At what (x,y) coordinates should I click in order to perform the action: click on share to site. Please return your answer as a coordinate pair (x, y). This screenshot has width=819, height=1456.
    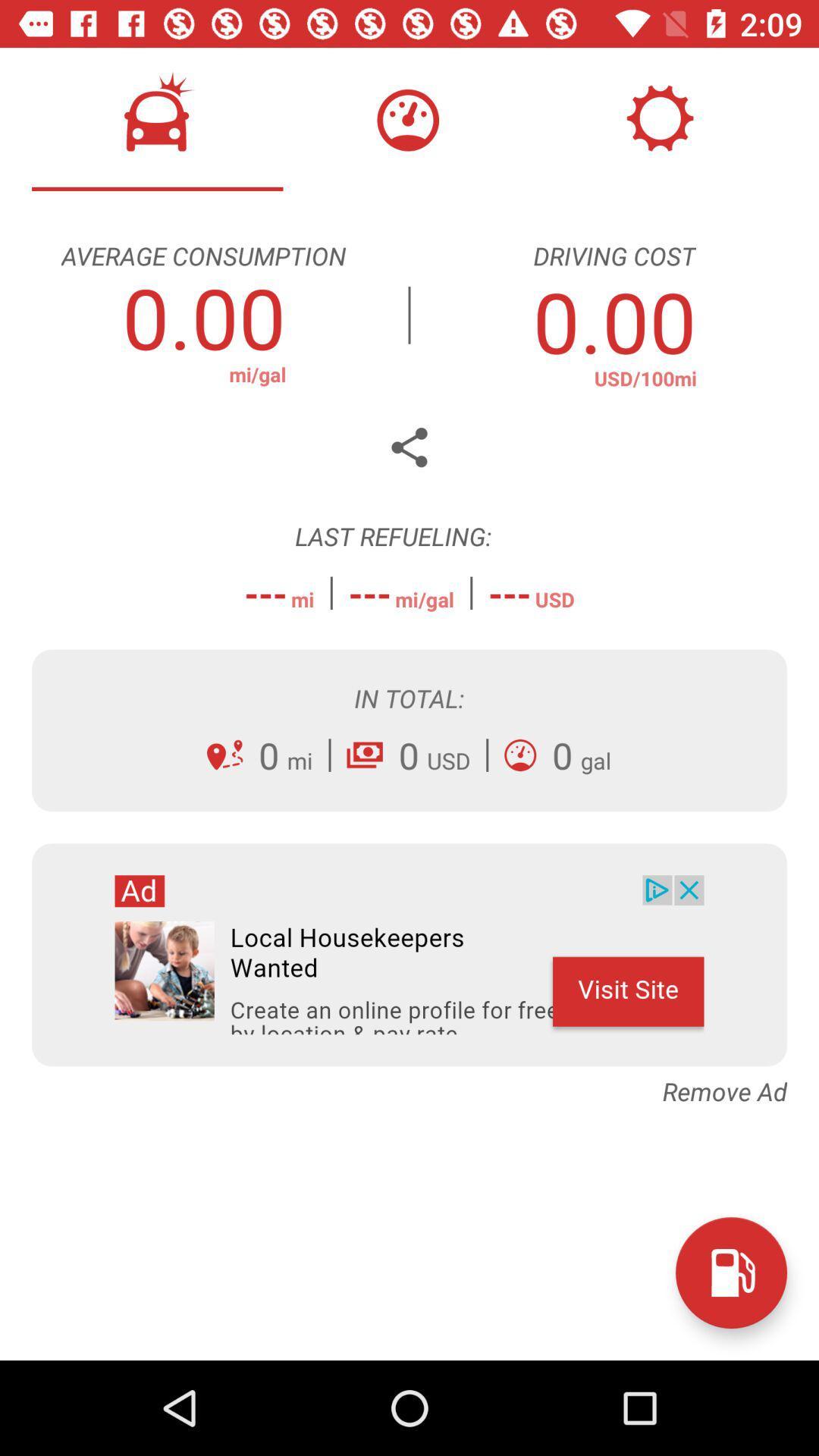
    Looking at the image, I should click on (409, 447).